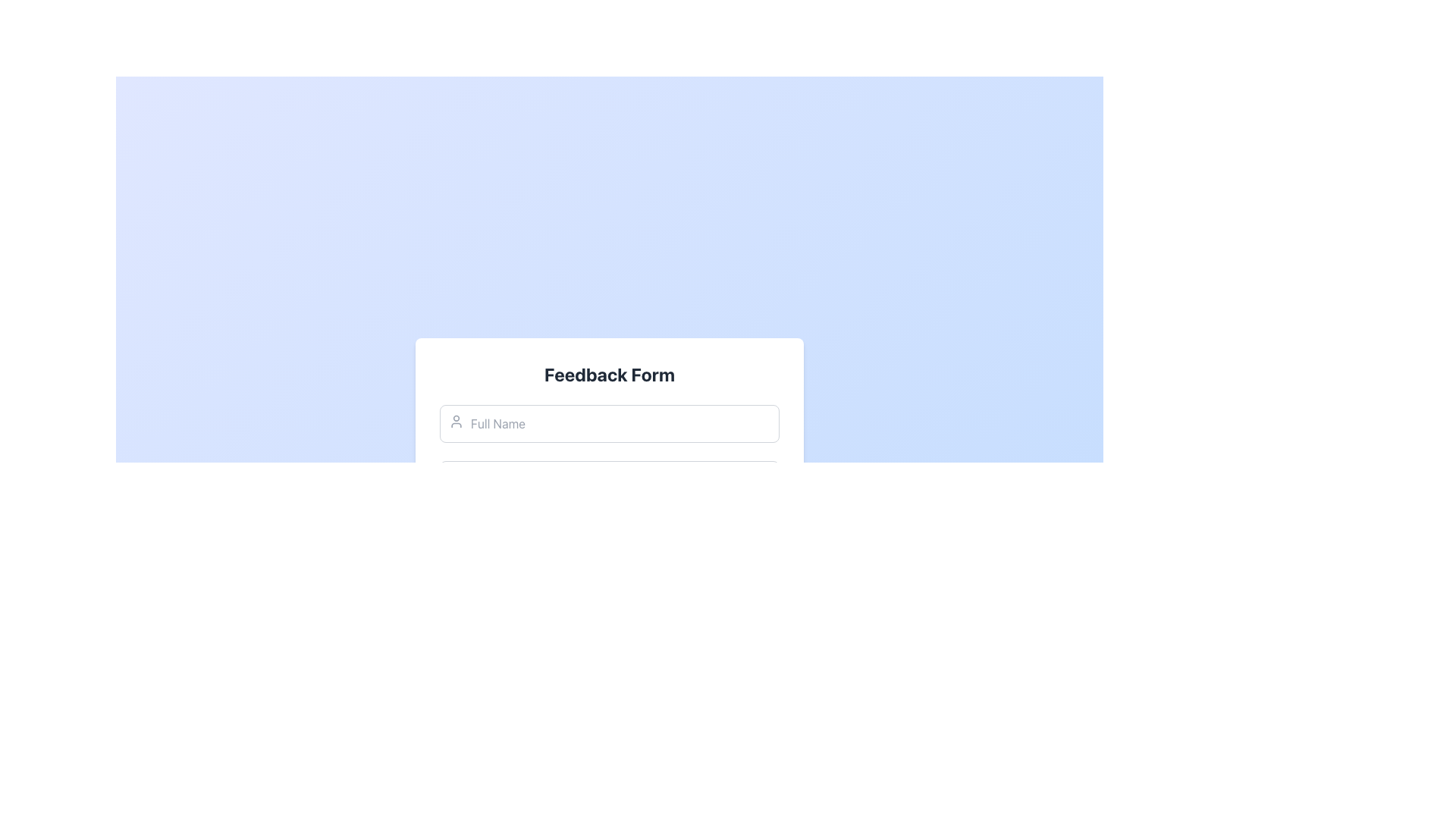 The height and width of the screenshot is (819, 1456). I want to click on the user profile icon located at the top-left corner of the 'Full Name' text input box, which is represented by a circular head shape and styled in light-gray color, so click(455, 421).